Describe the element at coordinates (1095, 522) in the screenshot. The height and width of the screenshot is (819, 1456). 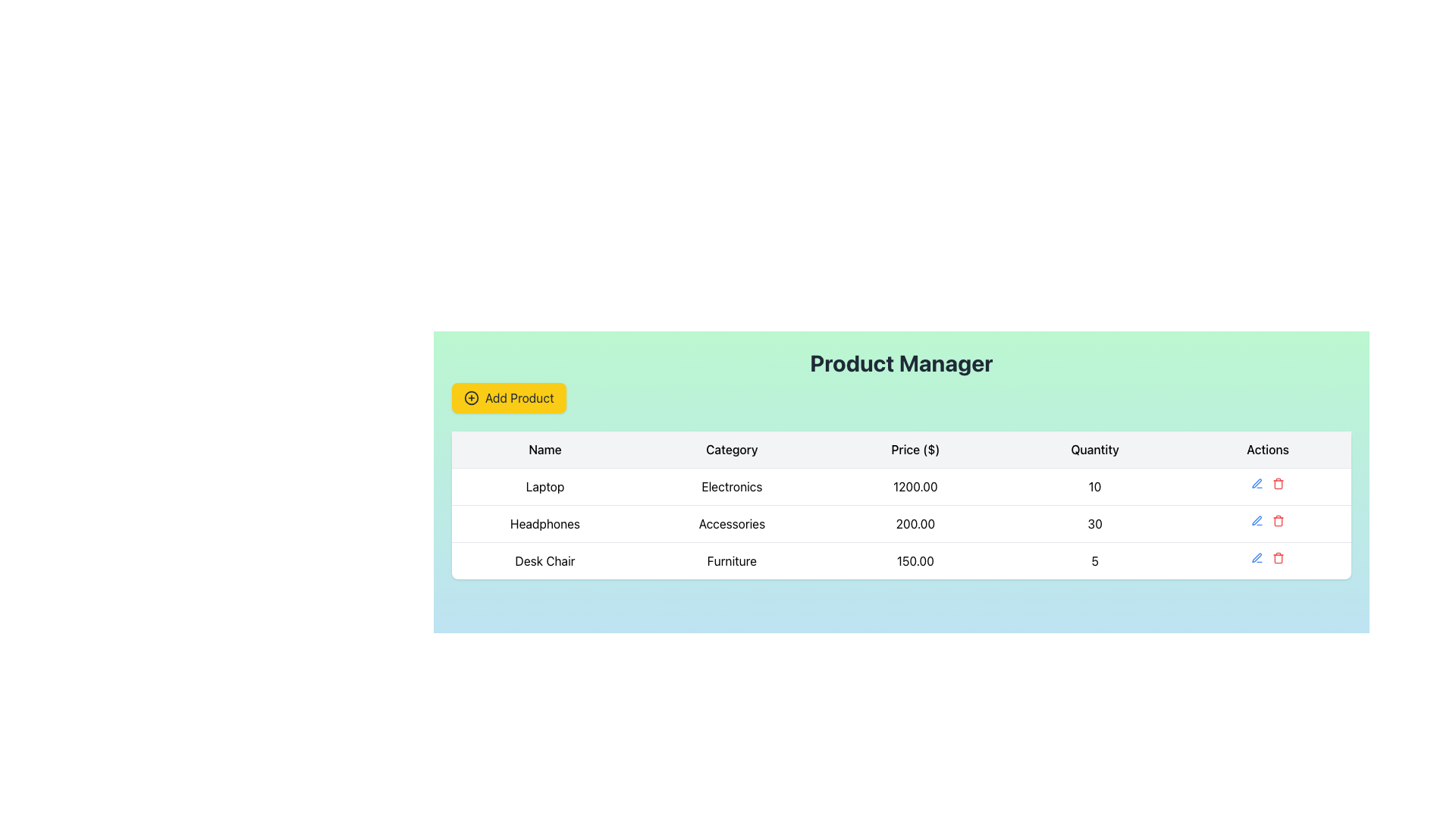
I see `the text element displaying '30' in the 'Quantity' column of the table, located in the fourth column of the second row` at that location.